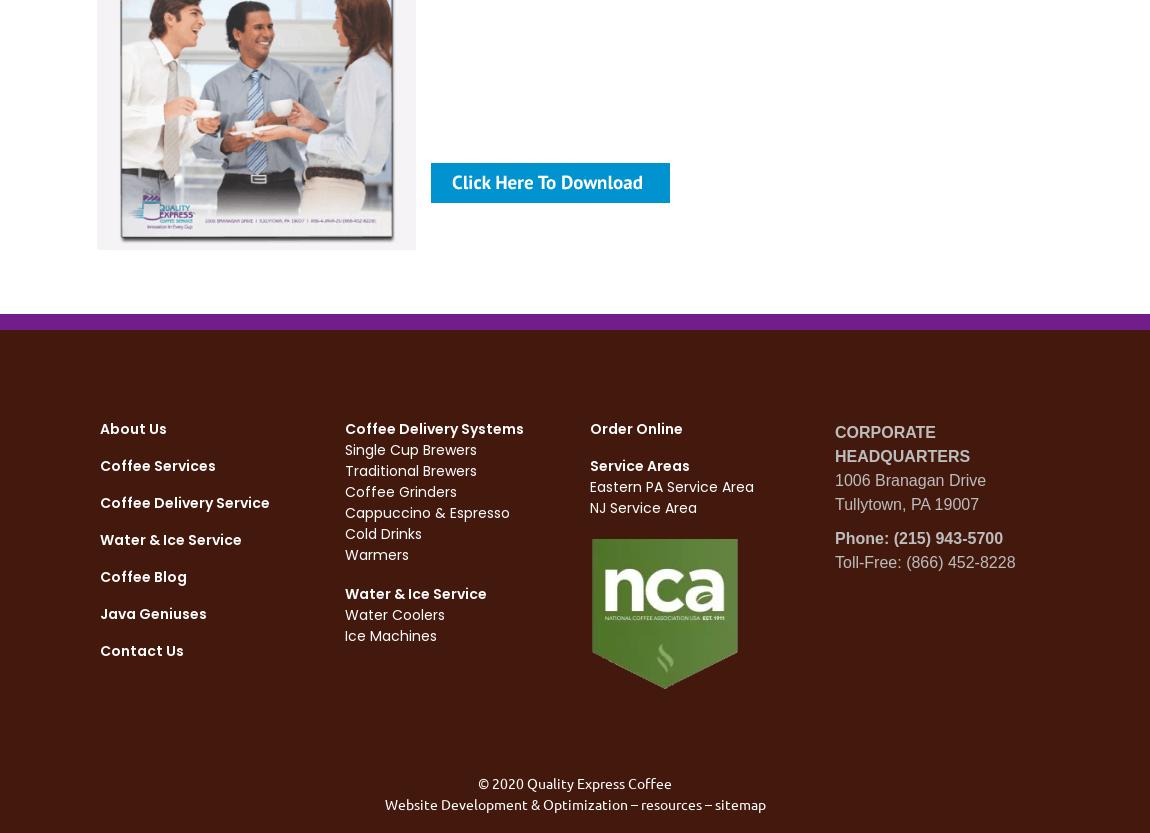 Image resolution: width=1150 pixels, height=833 pixels. I want to click on 'Java Geniuses', so click(152, 613).